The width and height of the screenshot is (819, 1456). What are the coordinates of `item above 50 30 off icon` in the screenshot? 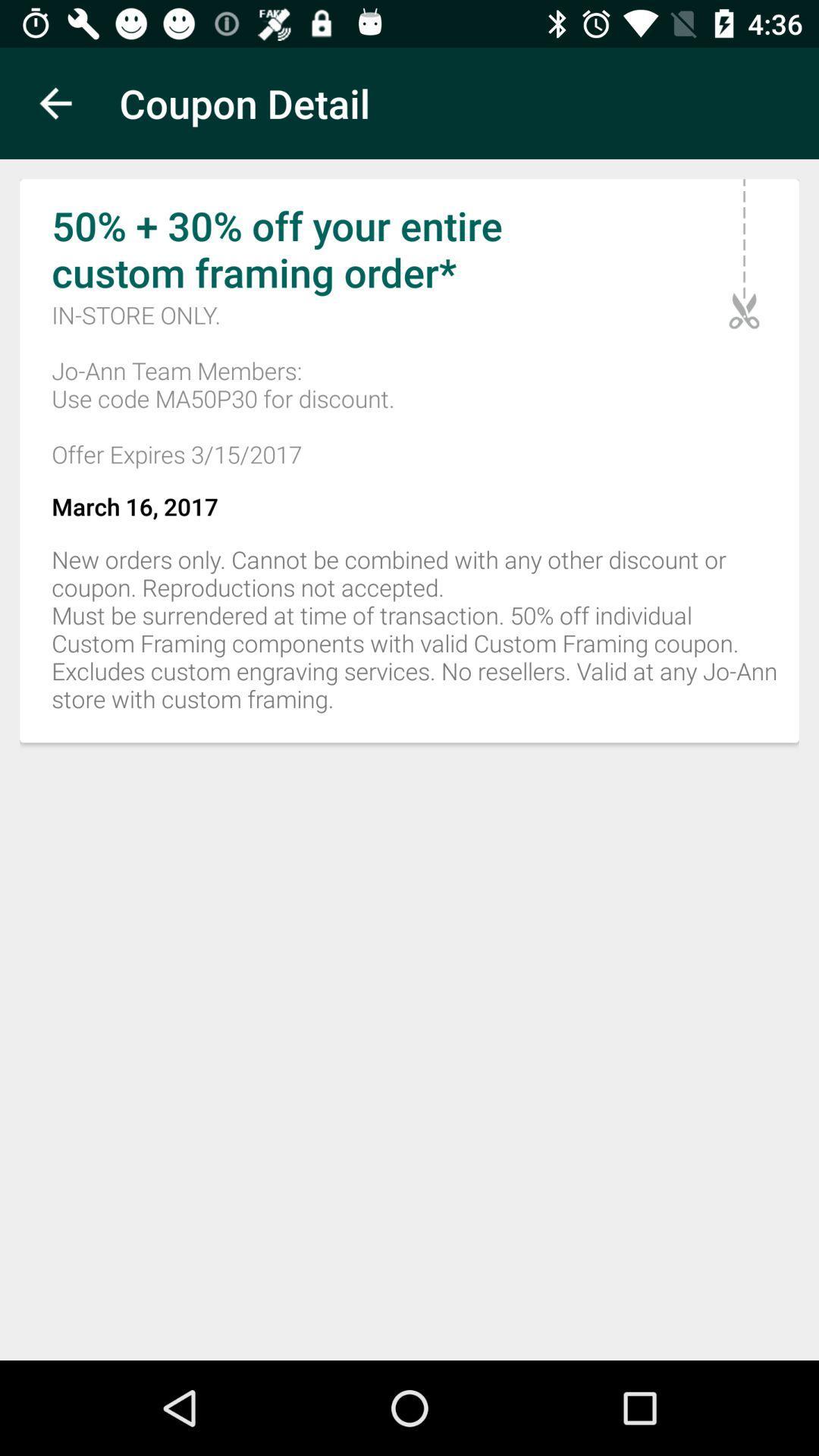 It's located at (55, 102).